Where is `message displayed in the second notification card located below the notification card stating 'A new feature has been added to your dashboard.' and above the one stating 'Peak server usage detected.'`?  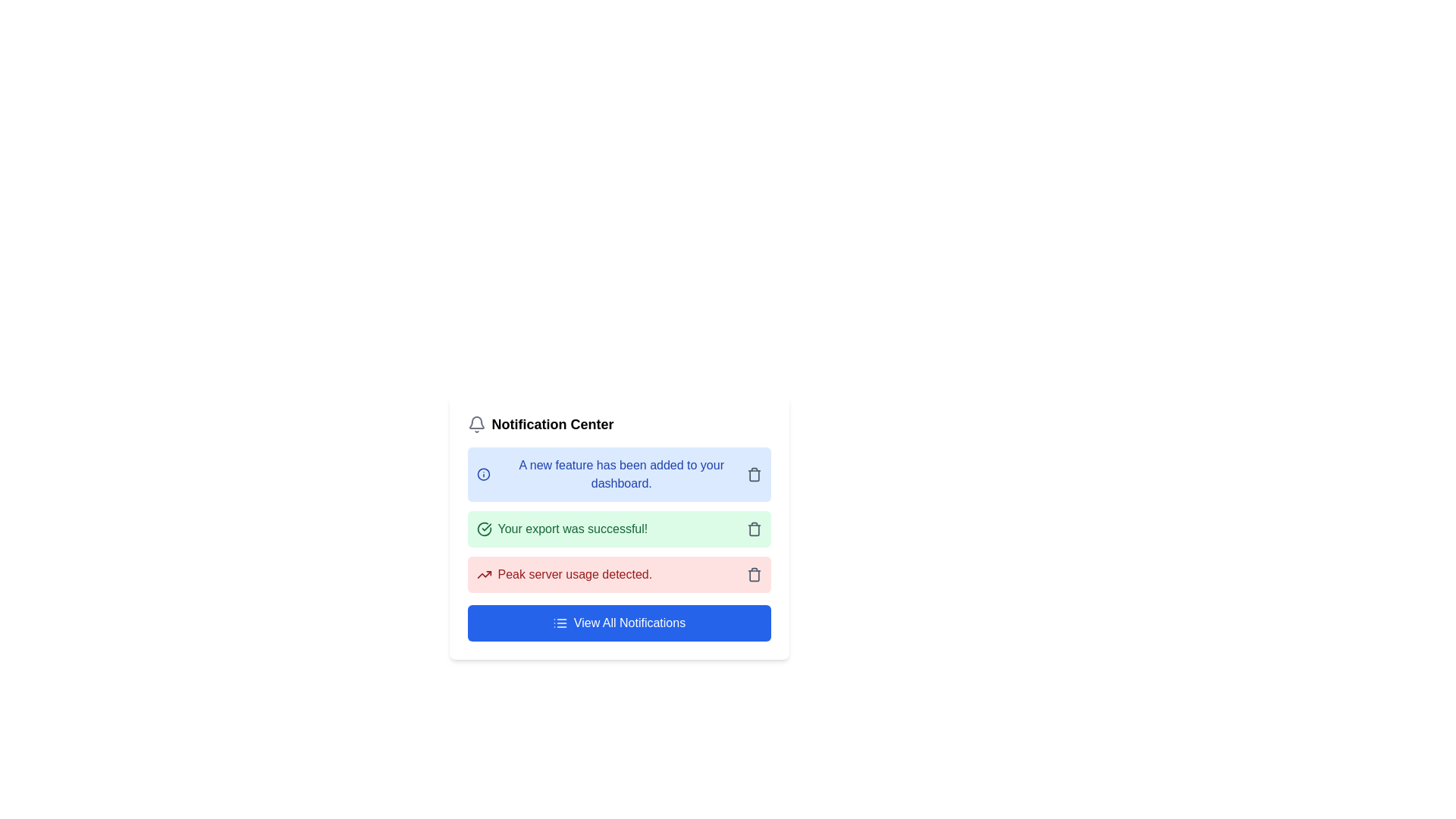 message displayed in the second notification card located below the notification card stating 'A new feature has been added to your dashboard.' and above the one stating 'Peak server usage detected.' is located at coordinates (572, 529).